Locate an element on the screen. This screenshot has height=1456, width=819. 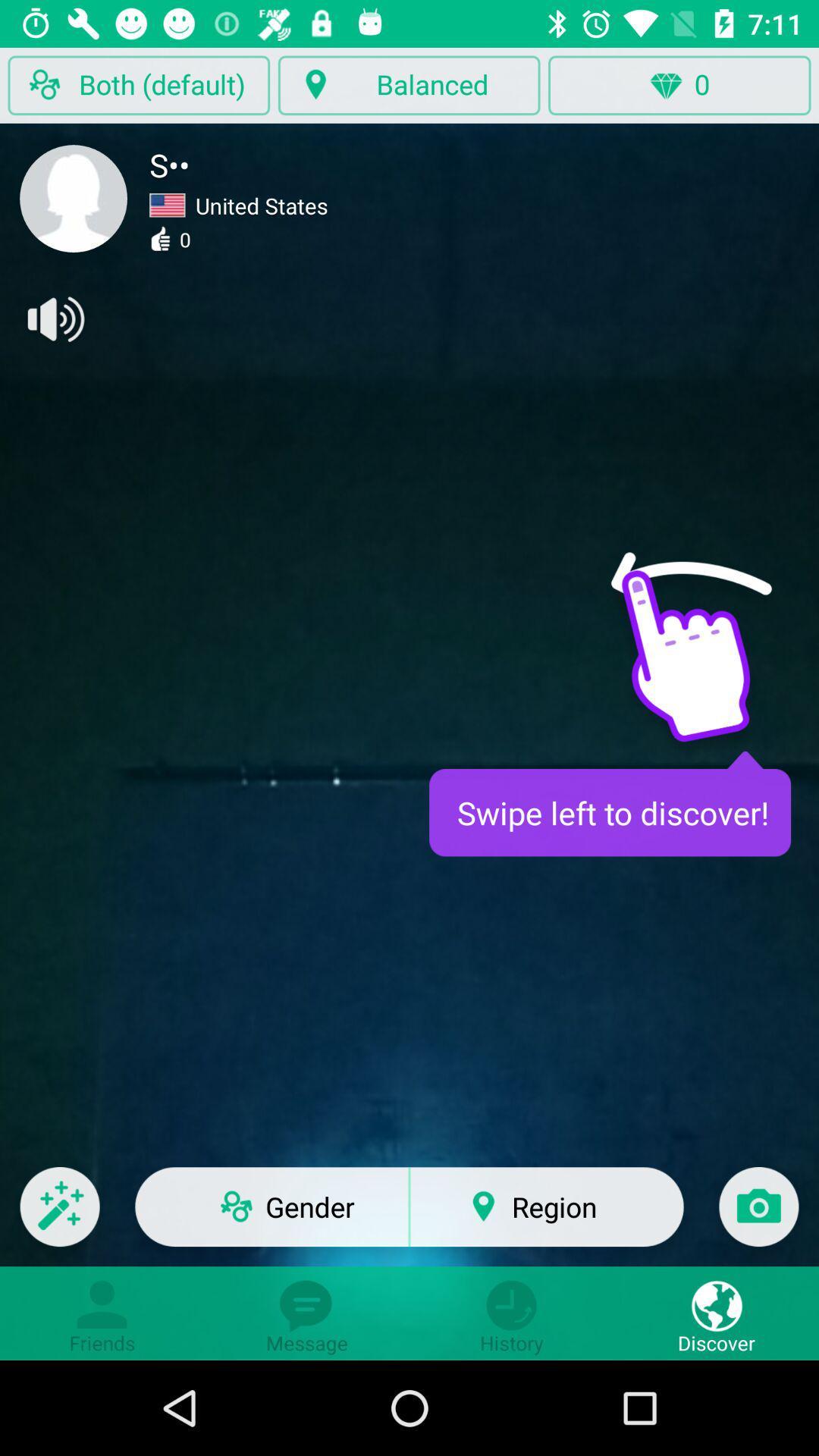
icon above the discover icon is located at coordinates (758, 1216).